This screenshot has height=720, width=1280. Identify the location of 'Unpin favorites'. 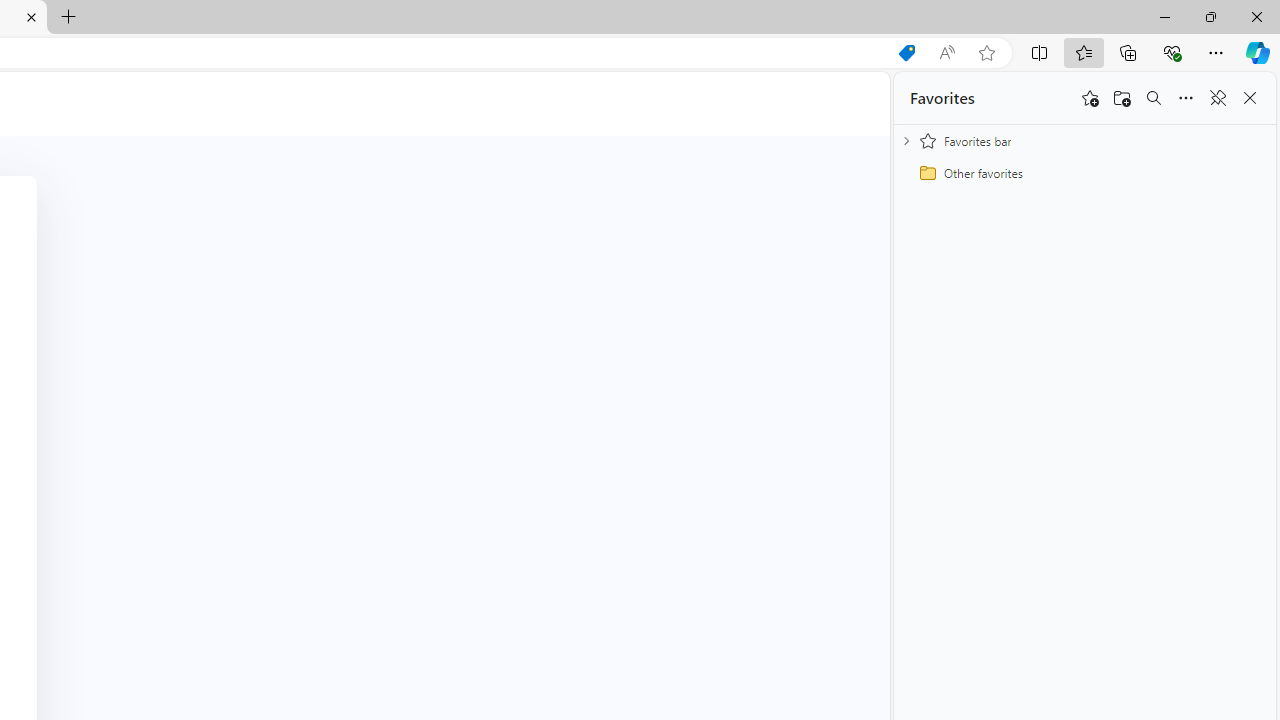
(1216, 98).